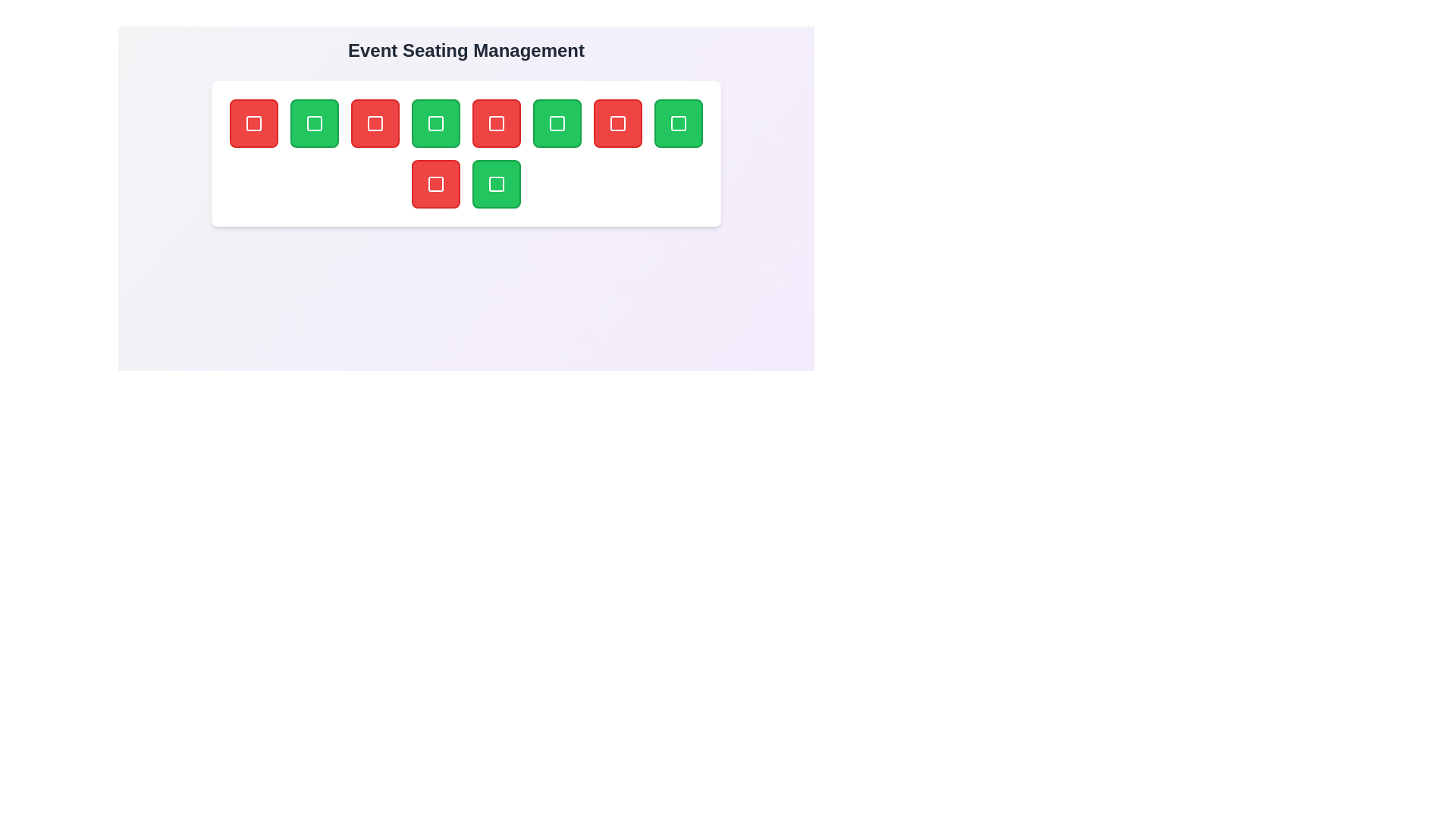  What do you see at coordinates (496, 122) in the screenshot?
I see `the icon located centrally within the red button labeled 'Seat 5'` at bounding box center [496, 122].